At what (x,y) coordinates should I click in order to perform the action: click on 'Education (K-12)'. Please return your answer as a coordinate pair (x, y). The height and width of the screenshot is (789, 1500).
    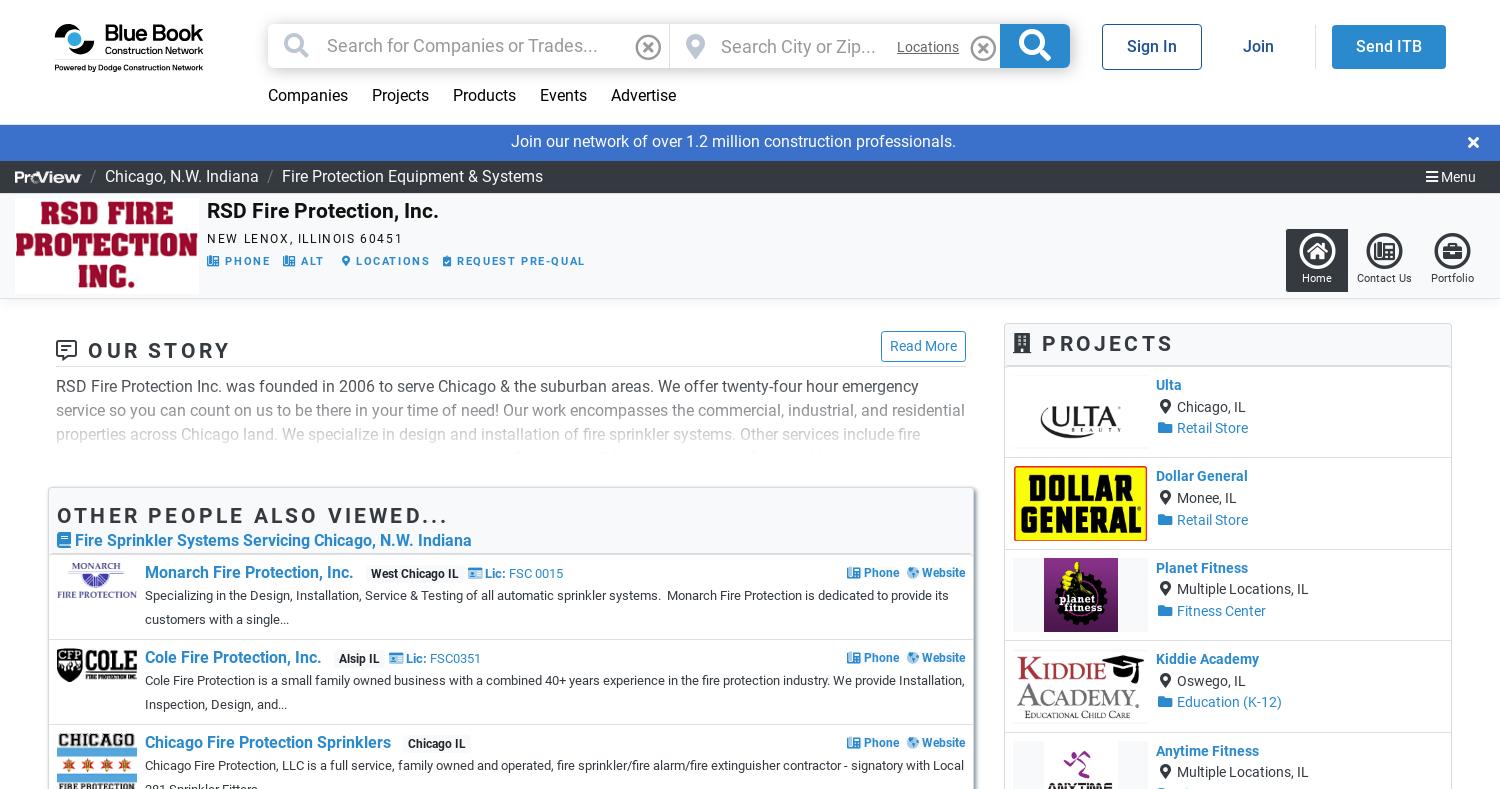
    Looking at the image, I should click on (1227, 701).